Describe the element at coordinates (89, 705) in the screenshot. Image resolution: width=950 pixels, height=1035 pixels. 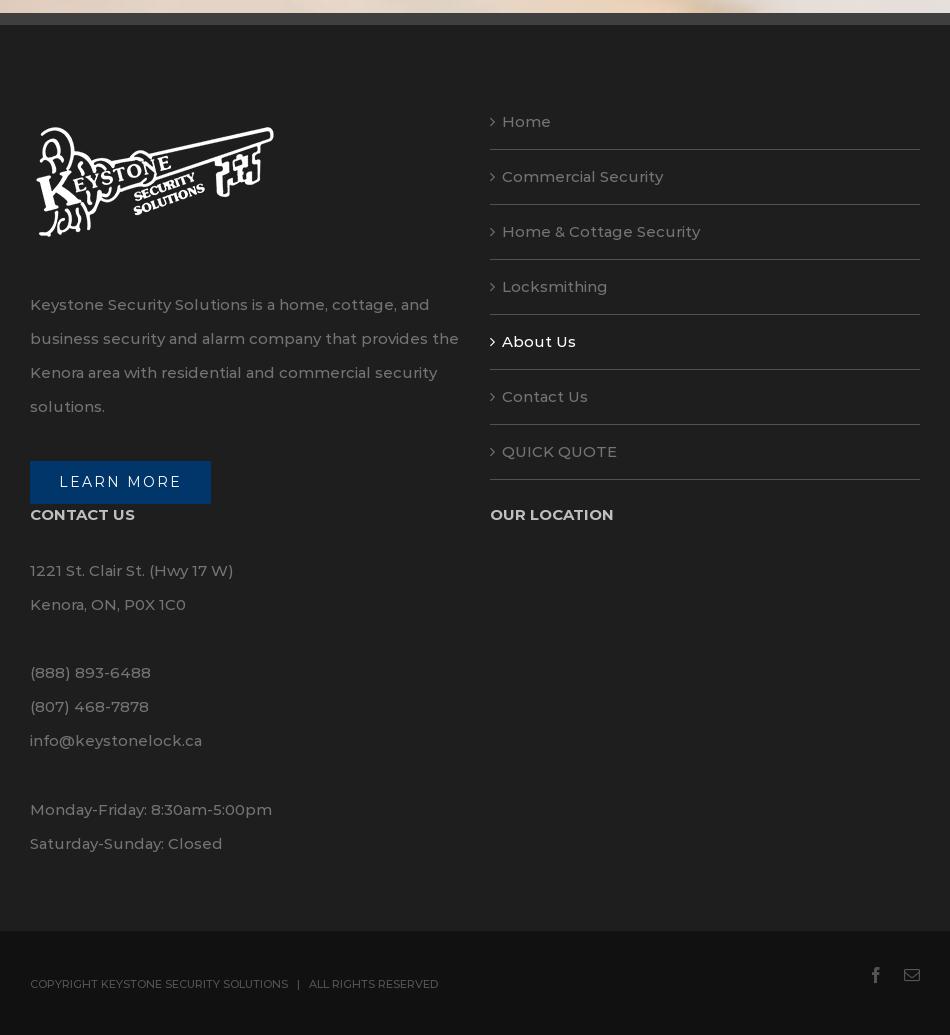
I see `'(807) 468-7878'` at that location.